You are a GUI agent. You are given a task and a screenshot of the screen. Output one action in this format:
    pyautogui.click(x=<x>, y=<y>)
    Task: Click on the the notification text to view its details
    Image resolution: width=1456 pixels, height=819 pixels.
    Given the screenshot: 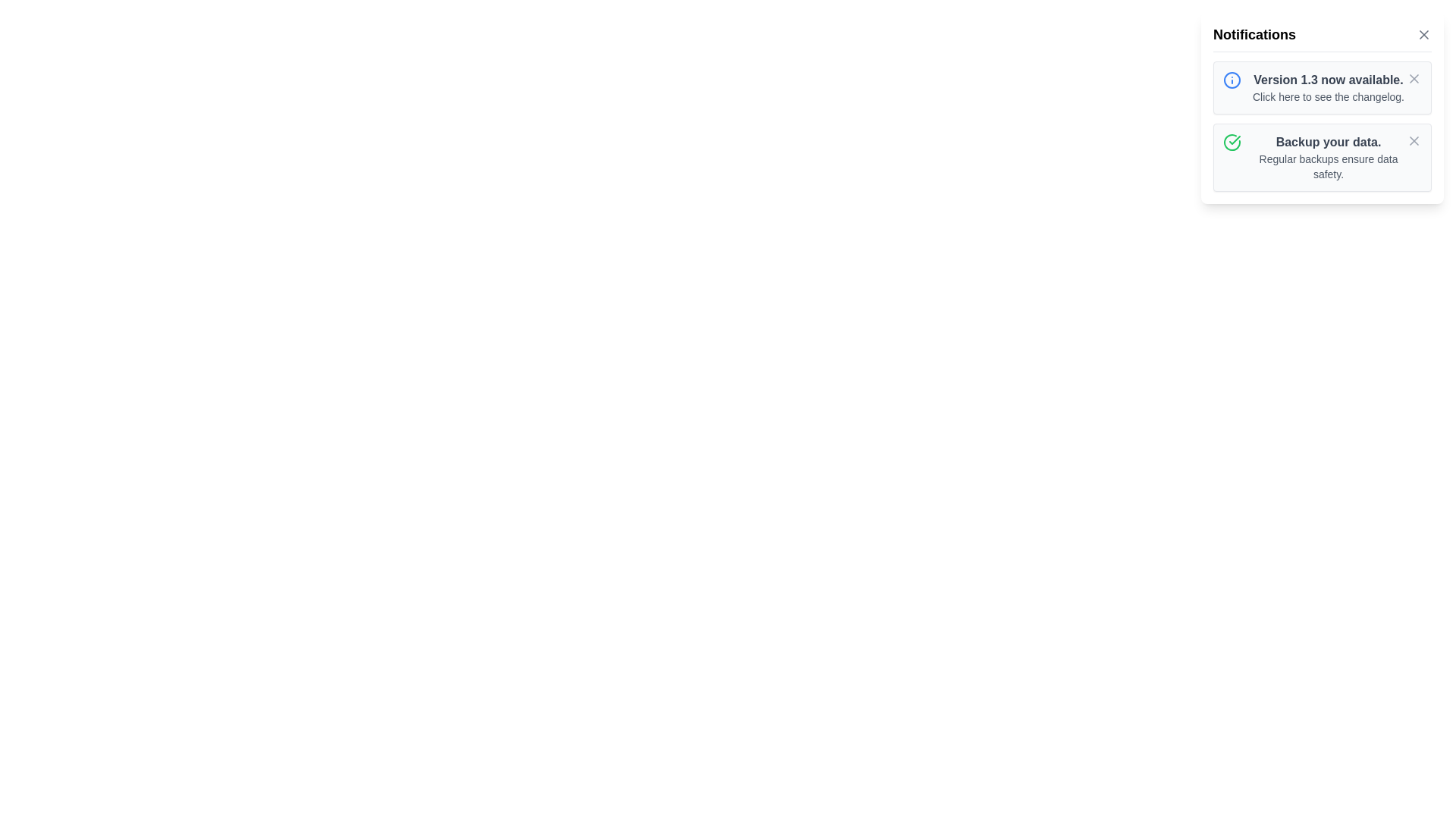 What is the action you would take?
    pyautogui.click(x=1328, y=87)
    